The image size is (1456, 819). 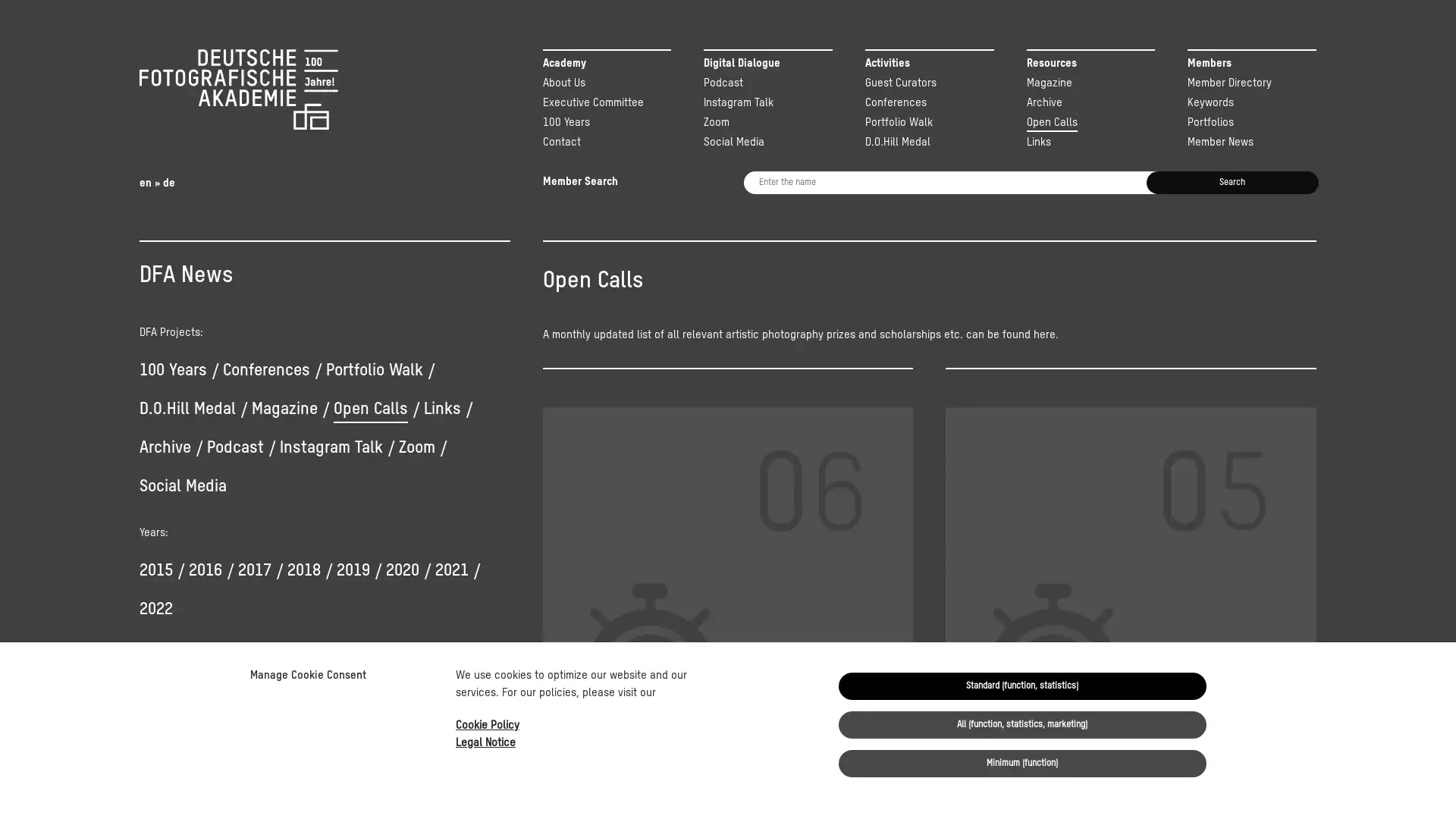 What do you see at coordinates (375, 371) in the screenshot?
I see `Portfolio Walk` at bounding box center [375, 371].